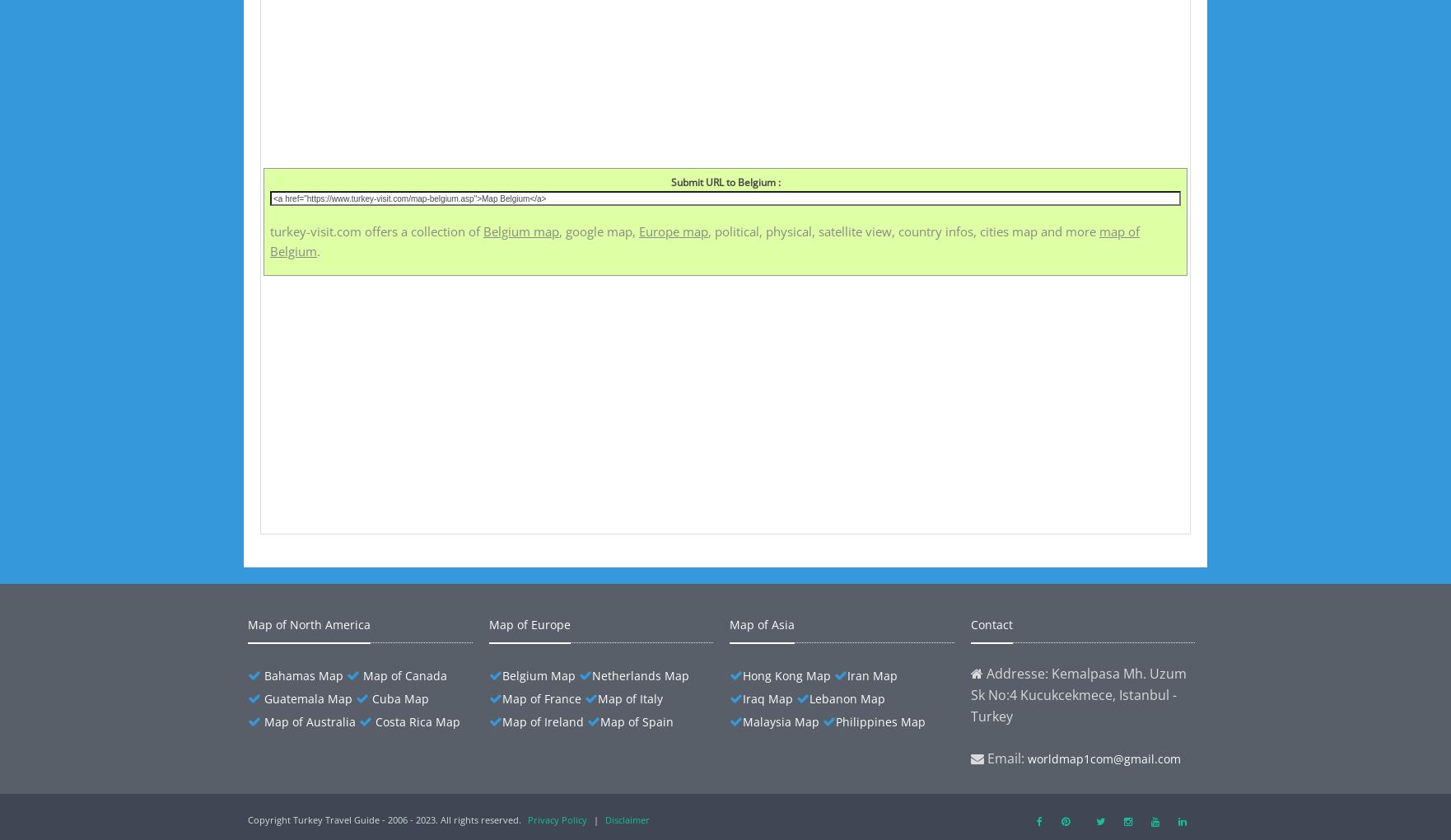 Image resolution: width=1451 pixels, height=840 pixels. I want to click on 'turkey-visit.com offers a collection of', so click(376, 231).